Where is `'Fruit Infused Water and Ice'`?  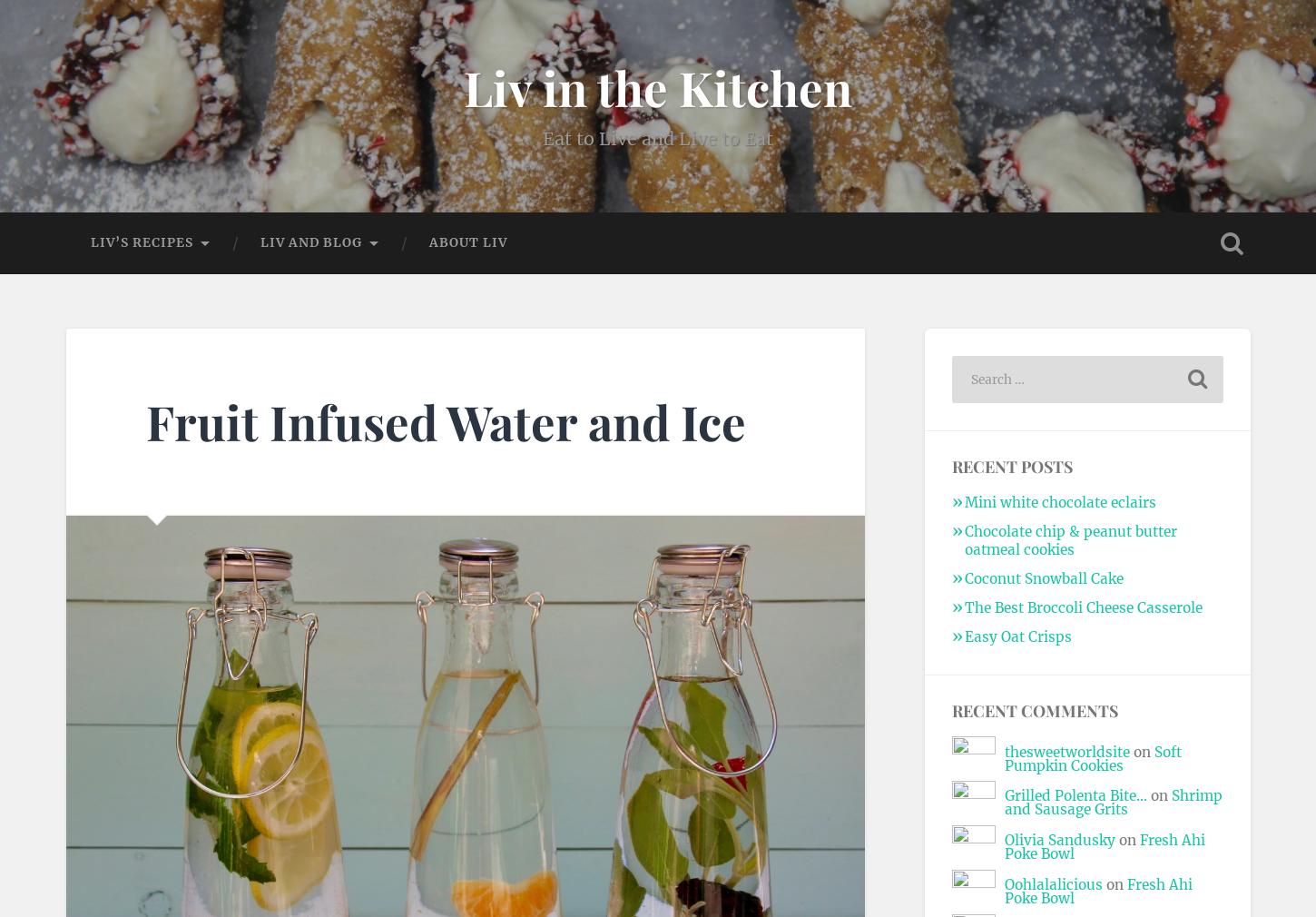
'Fruit Infused Water and Ice' is located at coordinates (445, 419).